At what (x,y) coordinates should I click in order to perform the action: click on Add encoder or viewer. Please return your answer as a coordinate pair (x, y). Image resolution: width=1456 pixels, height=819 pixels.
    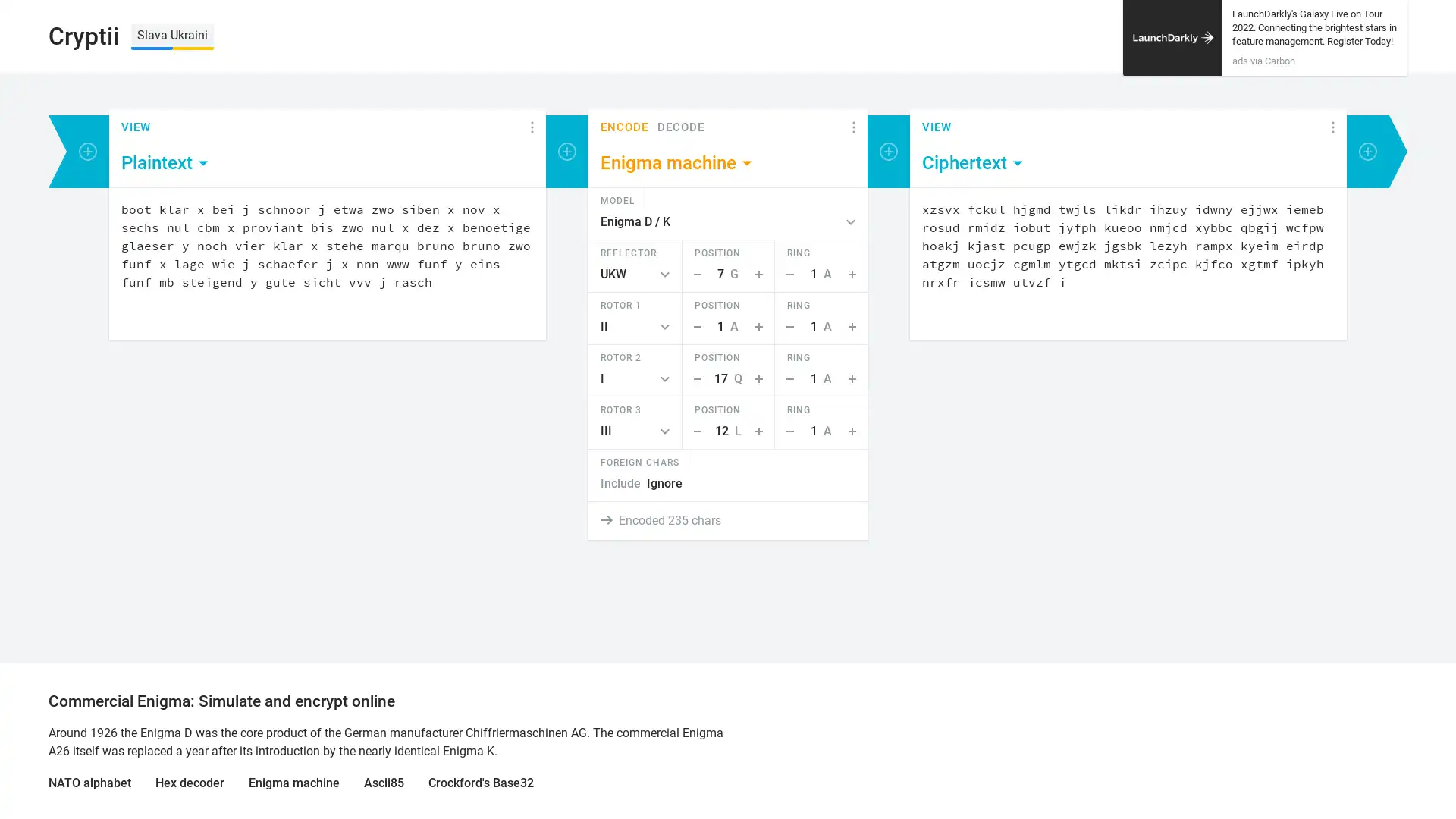
    Looking at the image, I should click on (888, 152).